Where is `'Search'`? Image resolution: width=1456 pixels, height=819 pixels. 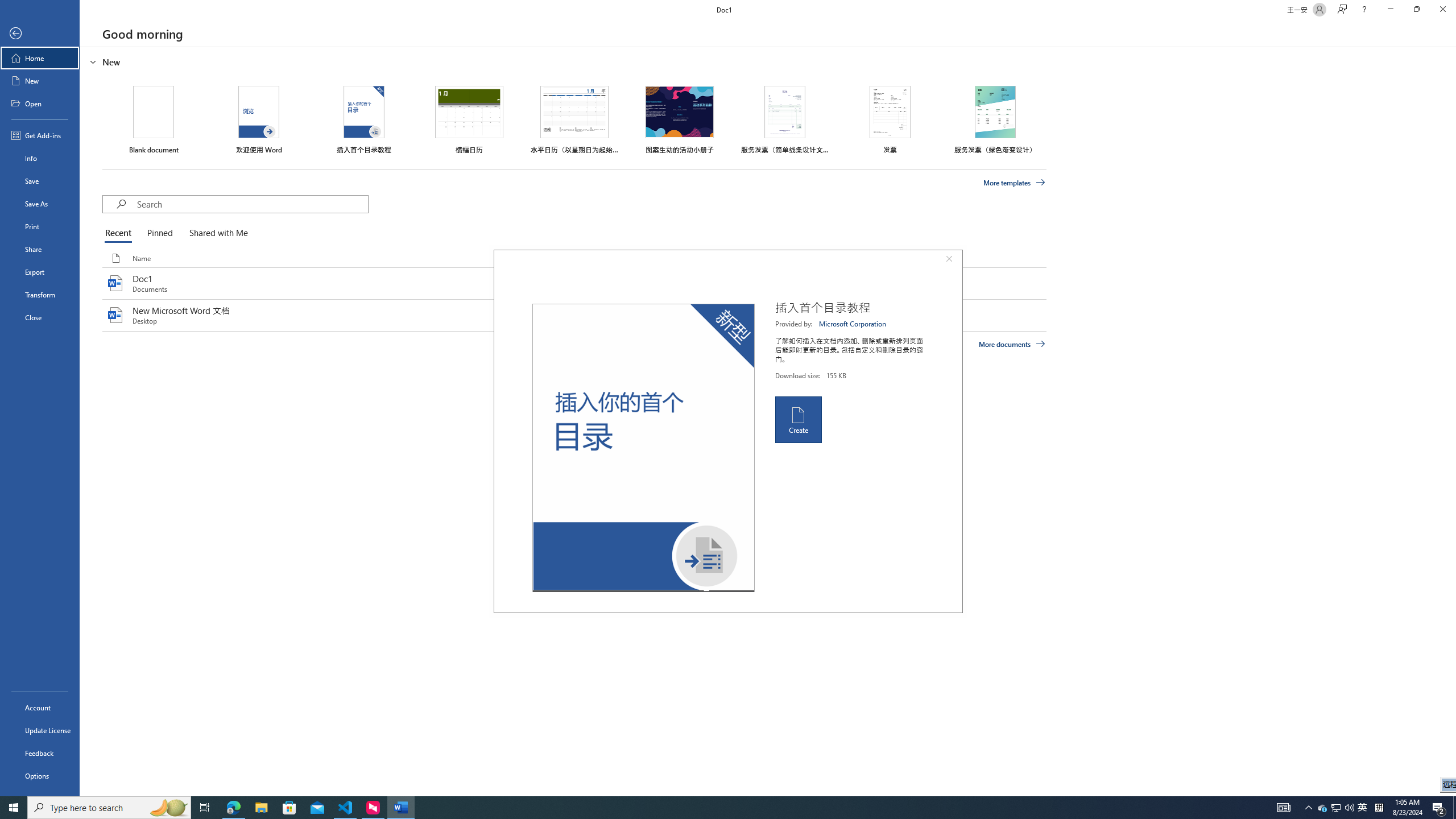
'Search' is located at coordinates (253, 203).